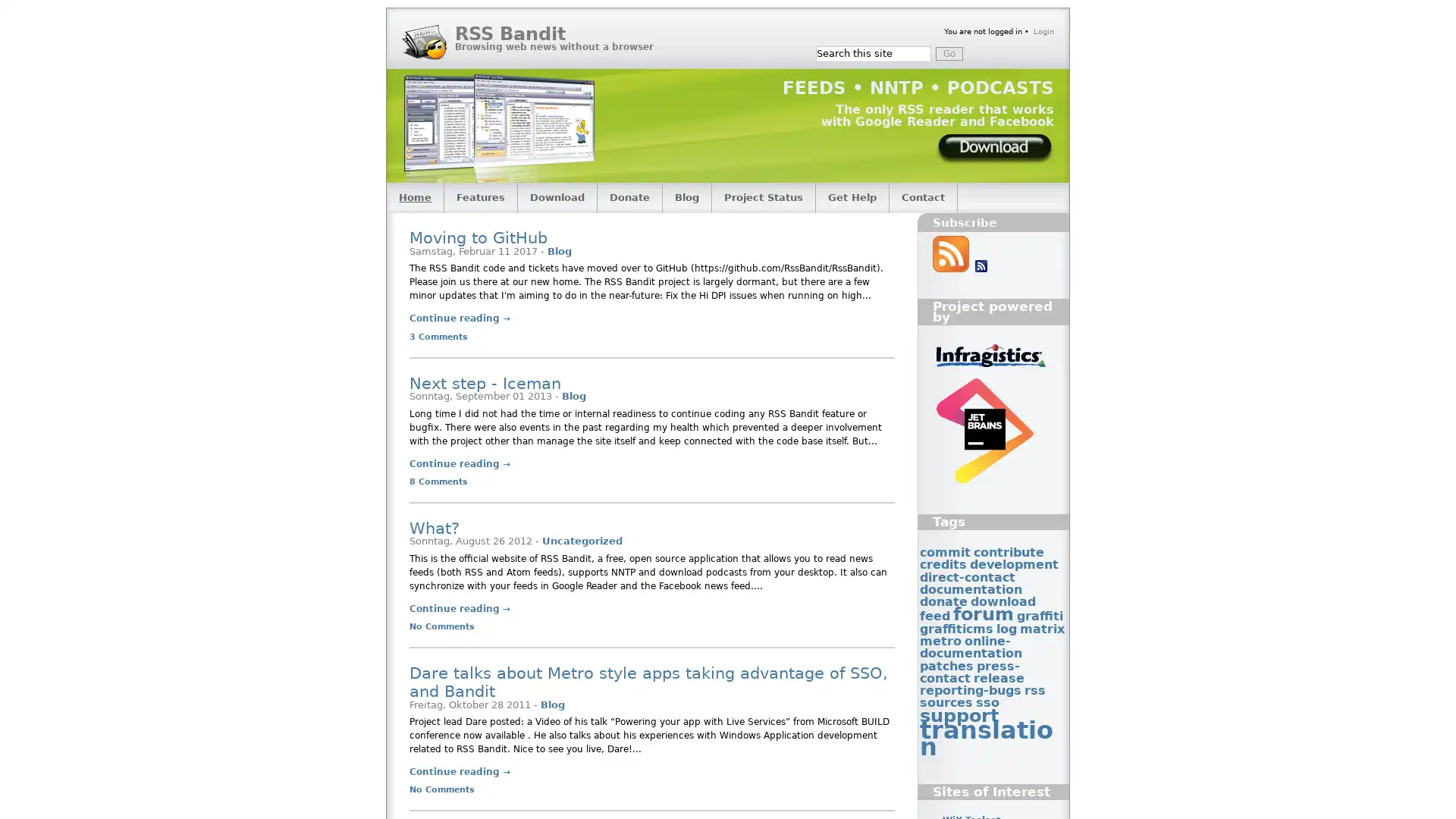 The width and height of the screenshot is (1456, 819). What do you see at coordinates (949, 52) in the screenshot?
I see `Go` at bounding box center [949, 52].